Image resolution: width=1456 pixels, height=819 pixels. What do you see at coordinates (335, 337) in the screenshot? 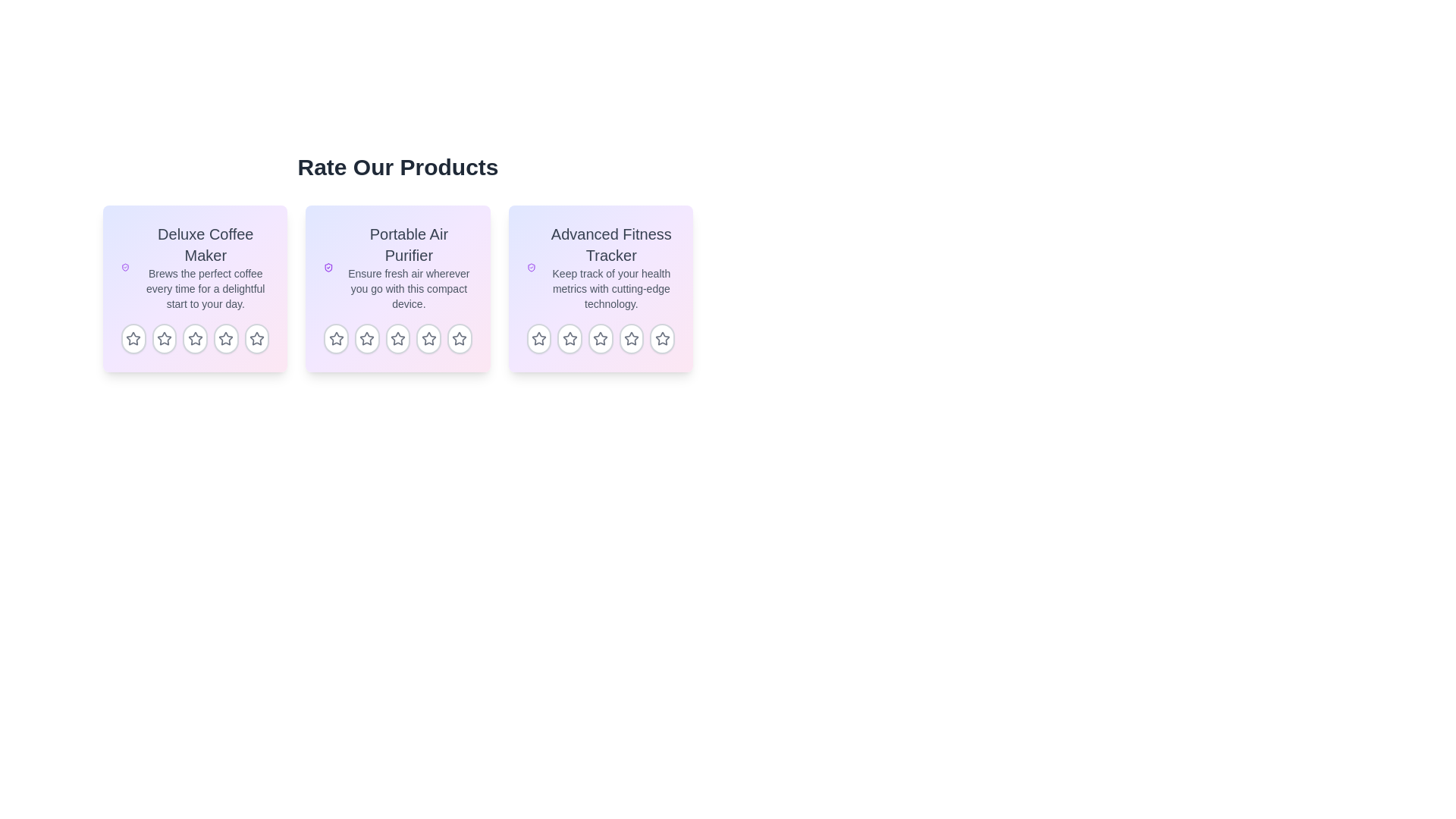
I see `the first star icon in the rating row of the 'Portable Air Purifier' product card` at bounding box center [335, 337].